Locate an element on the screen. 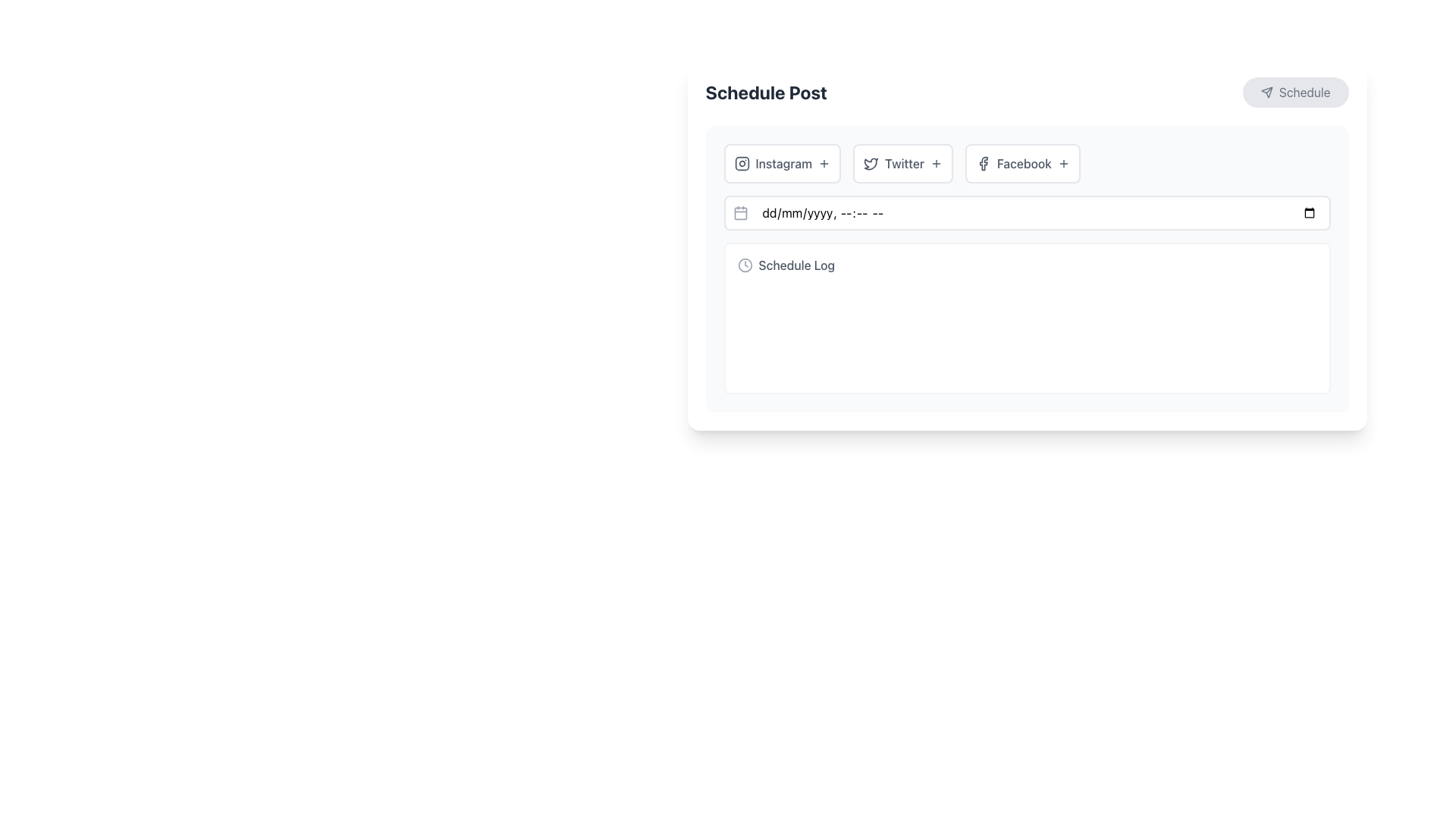  the calendar icon located to the far left of the datetime input field, which triggers the date picker functionality is located at coordinates (740, 213).